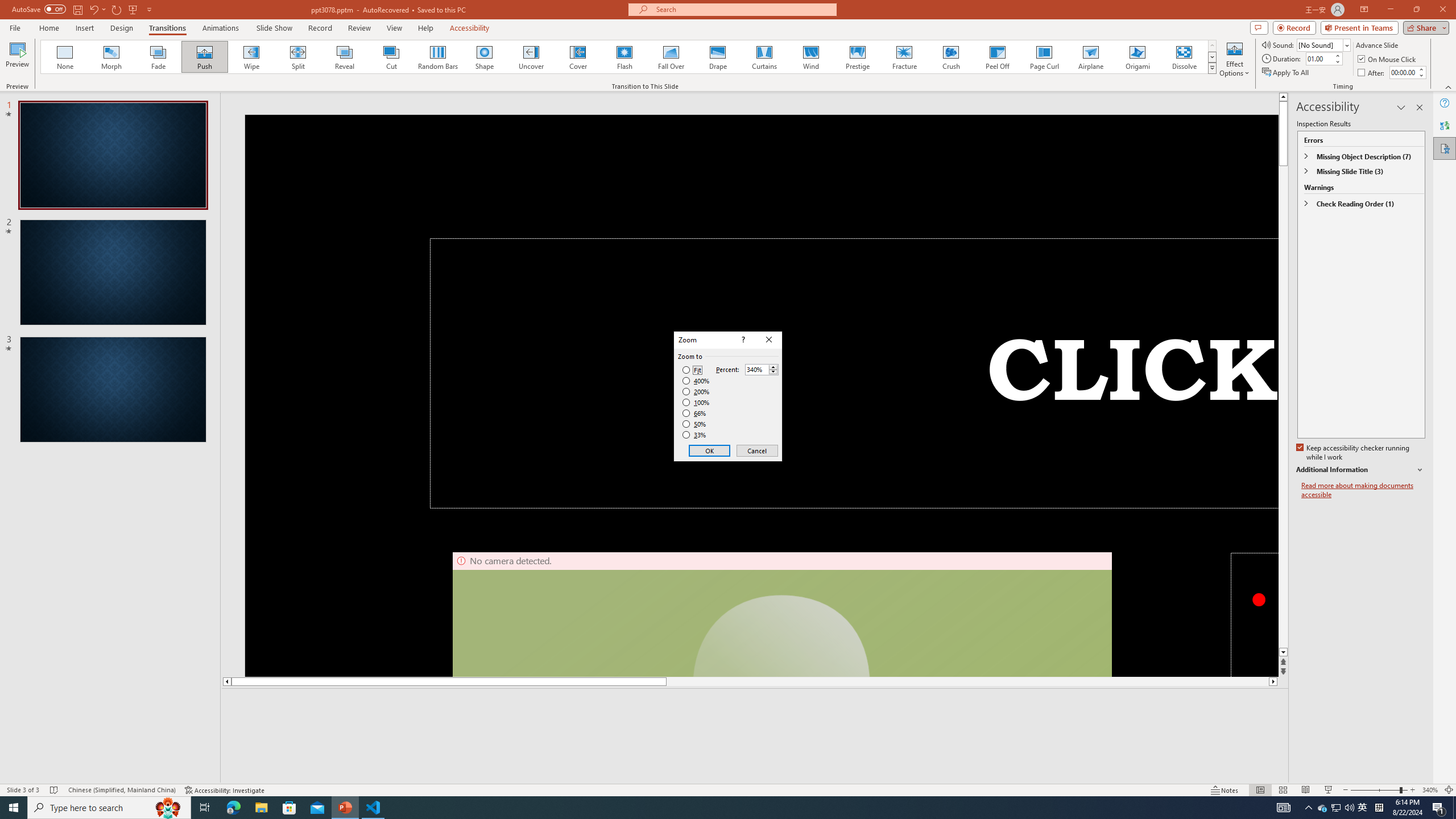  Describe the element at coordinates (709, 450) in the screenshot. I see `'OK'` at that location.